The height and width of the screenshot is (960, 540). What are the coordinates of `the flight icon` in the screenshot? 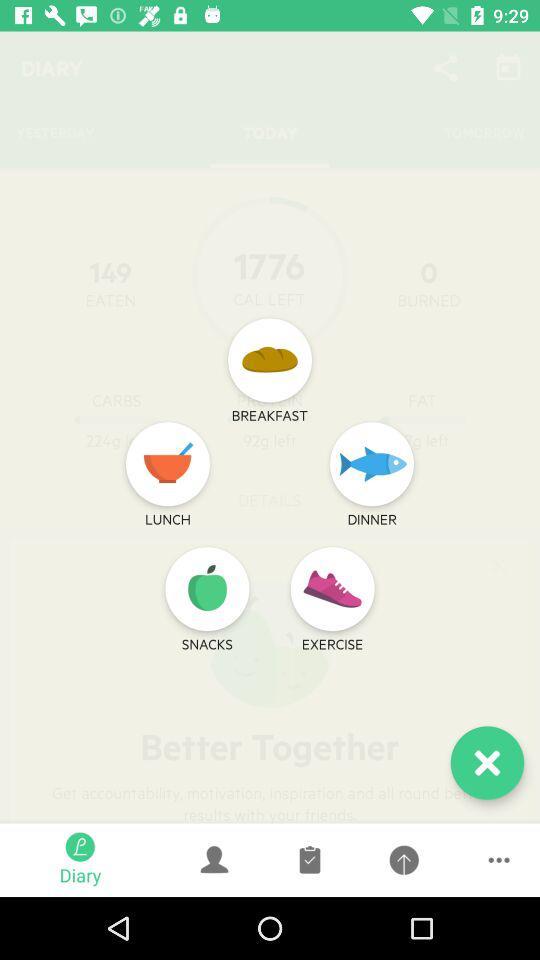 It's located at (372, 464).